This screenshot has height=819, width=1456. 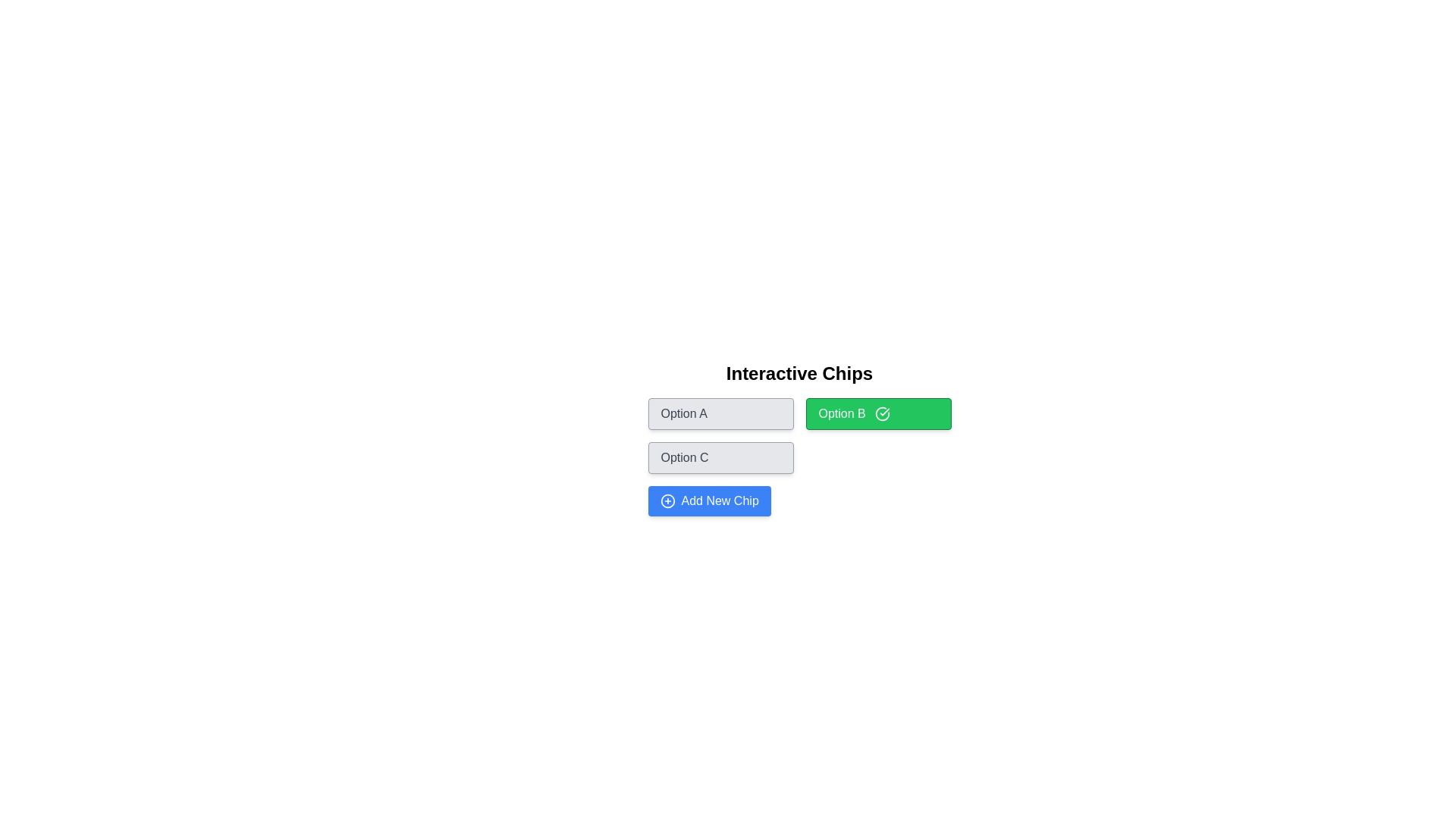 What do you see at coordinates (720, 457) in the screenshot?
I see `the chip labeled Option C` at bounding box center [720, 457].